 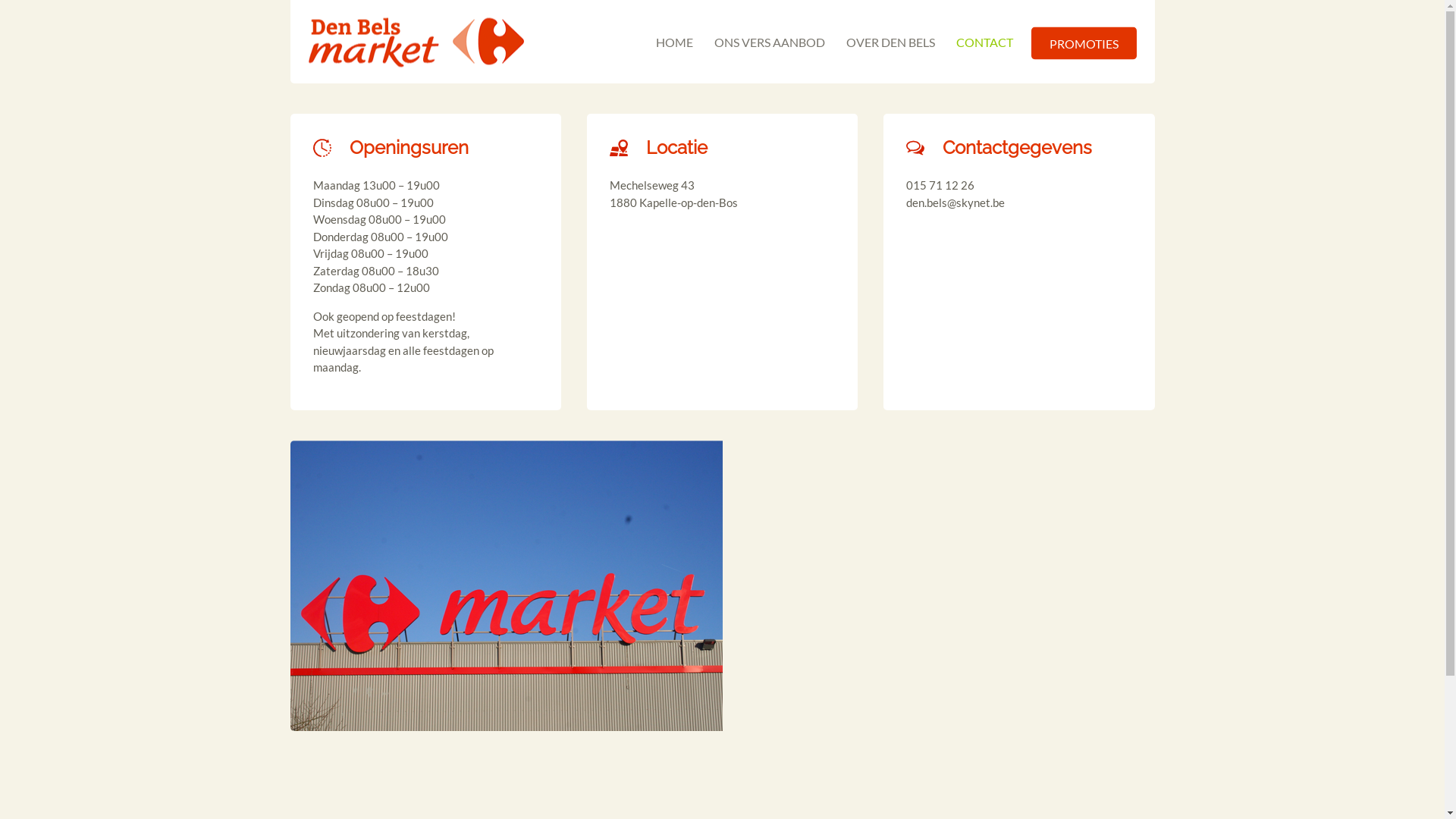 What do you see at coordinates (890, 41) in the screenshot?
I see `'OVER DEN BELS'` at bounding box center [890, 41].